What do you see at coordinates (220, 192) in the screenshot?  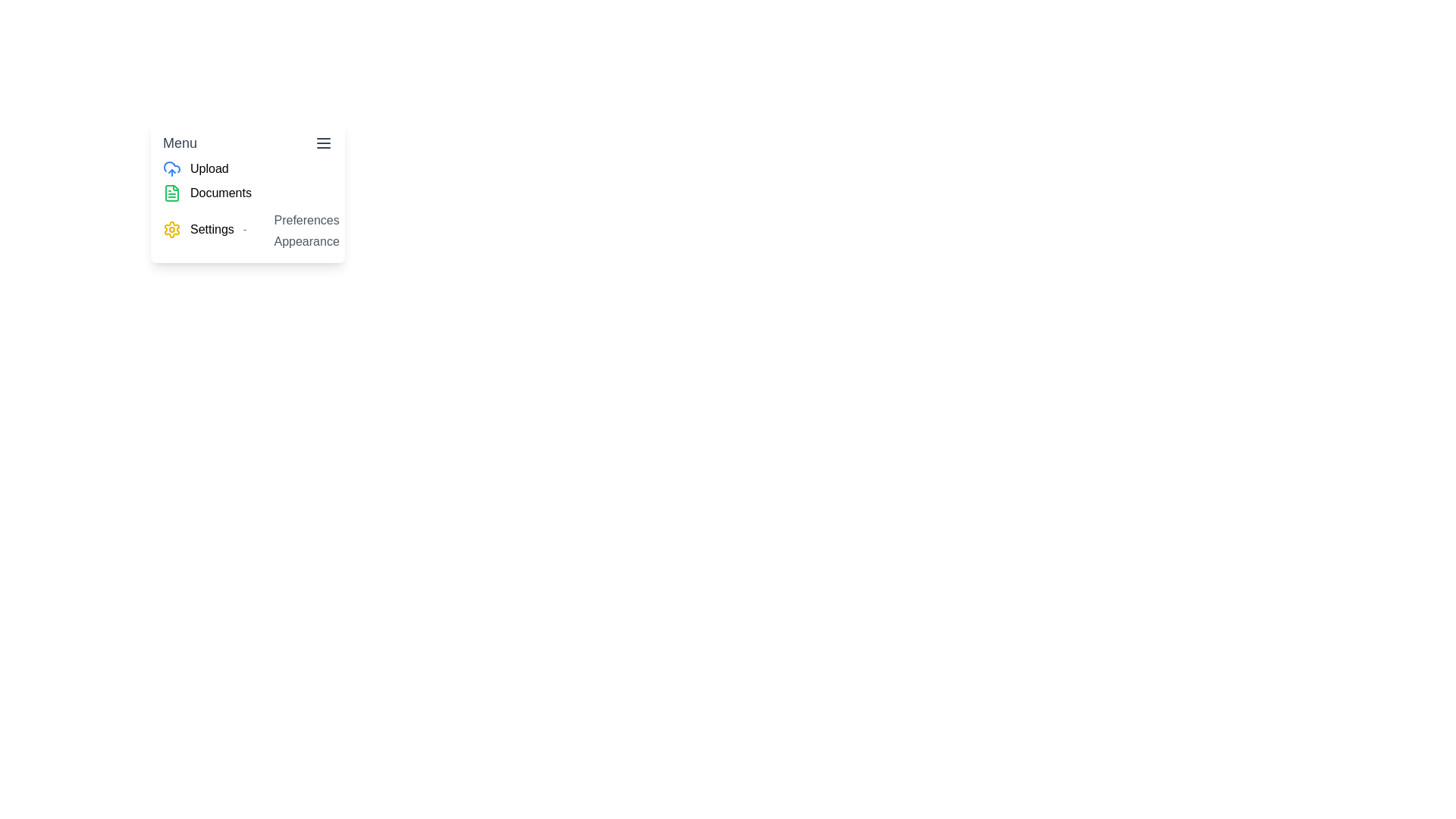 I see `the 'Documents' text label in the vertical menu` at bounding box center [220, 192].